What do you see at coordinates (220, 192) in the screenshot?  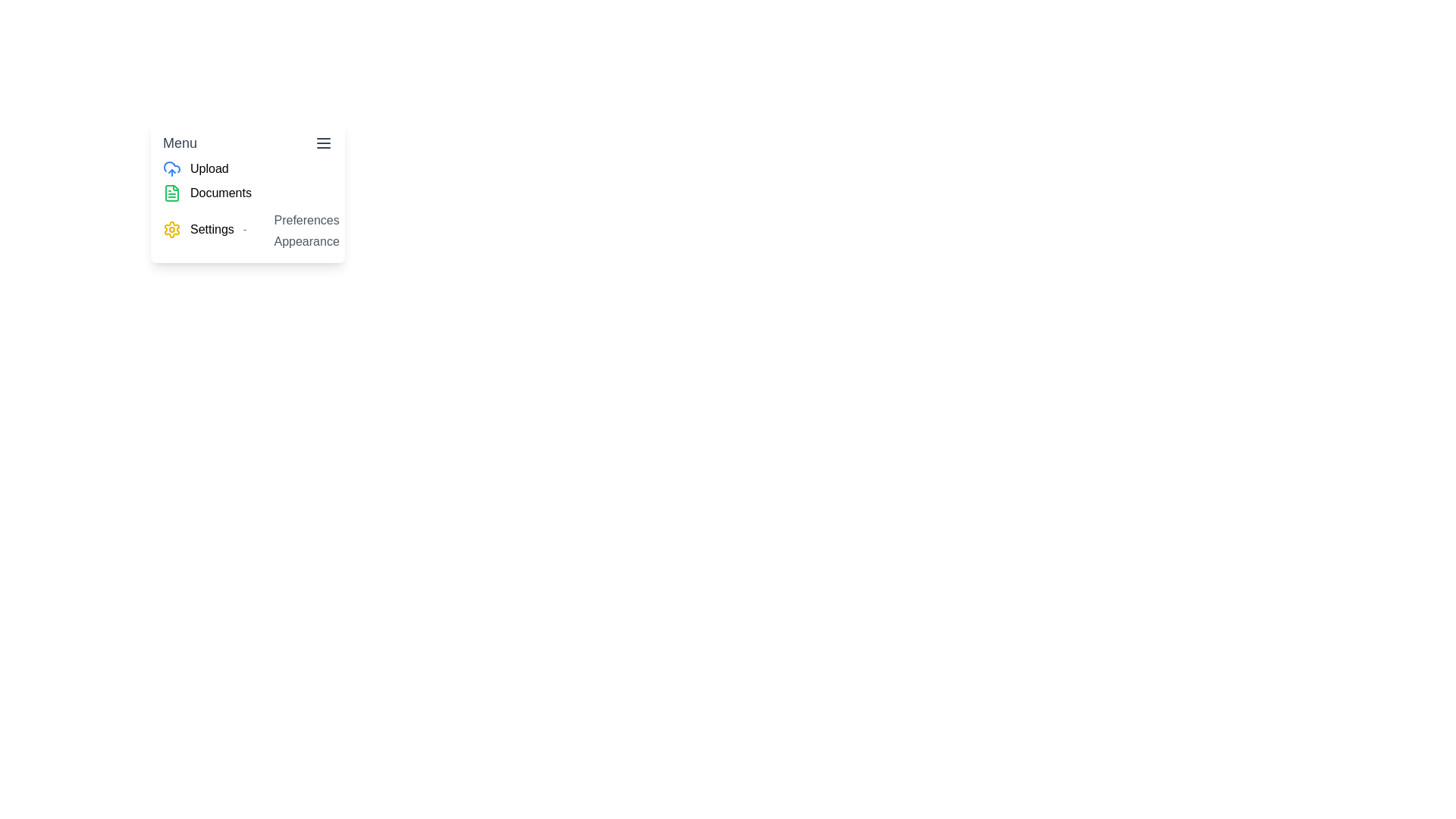 I see `the 'Documents' text label in the vertical menu` at bounding box center [220, 192].